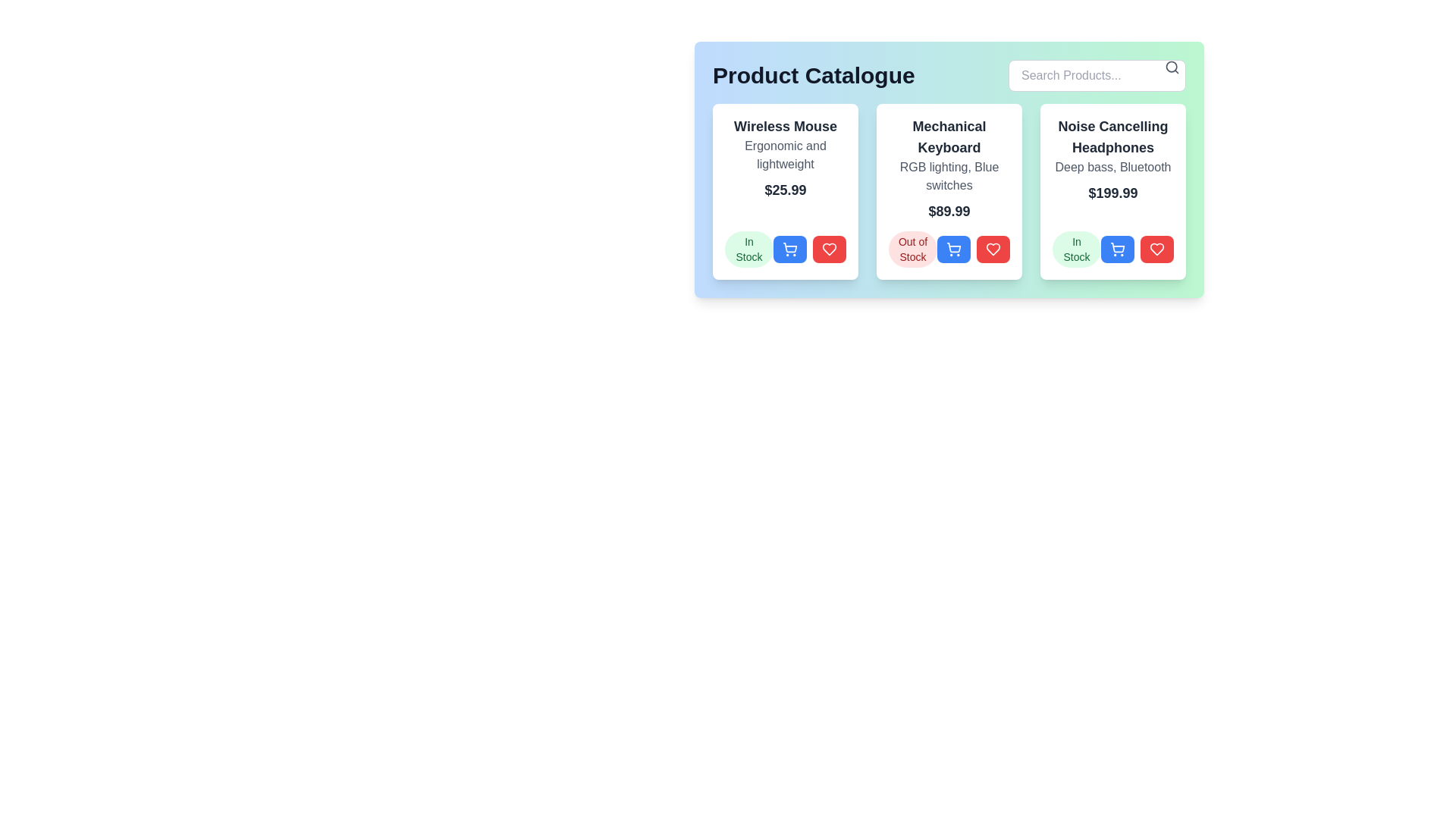  What do you see at coordinates (912, 248) in the screenshot?
I see `the pill-shaped label displaying 'Out of Stock' in bold red letters, located at the bottom-left corner of the second product card in the horizontal product carousel` at bounding box center [912, 248].